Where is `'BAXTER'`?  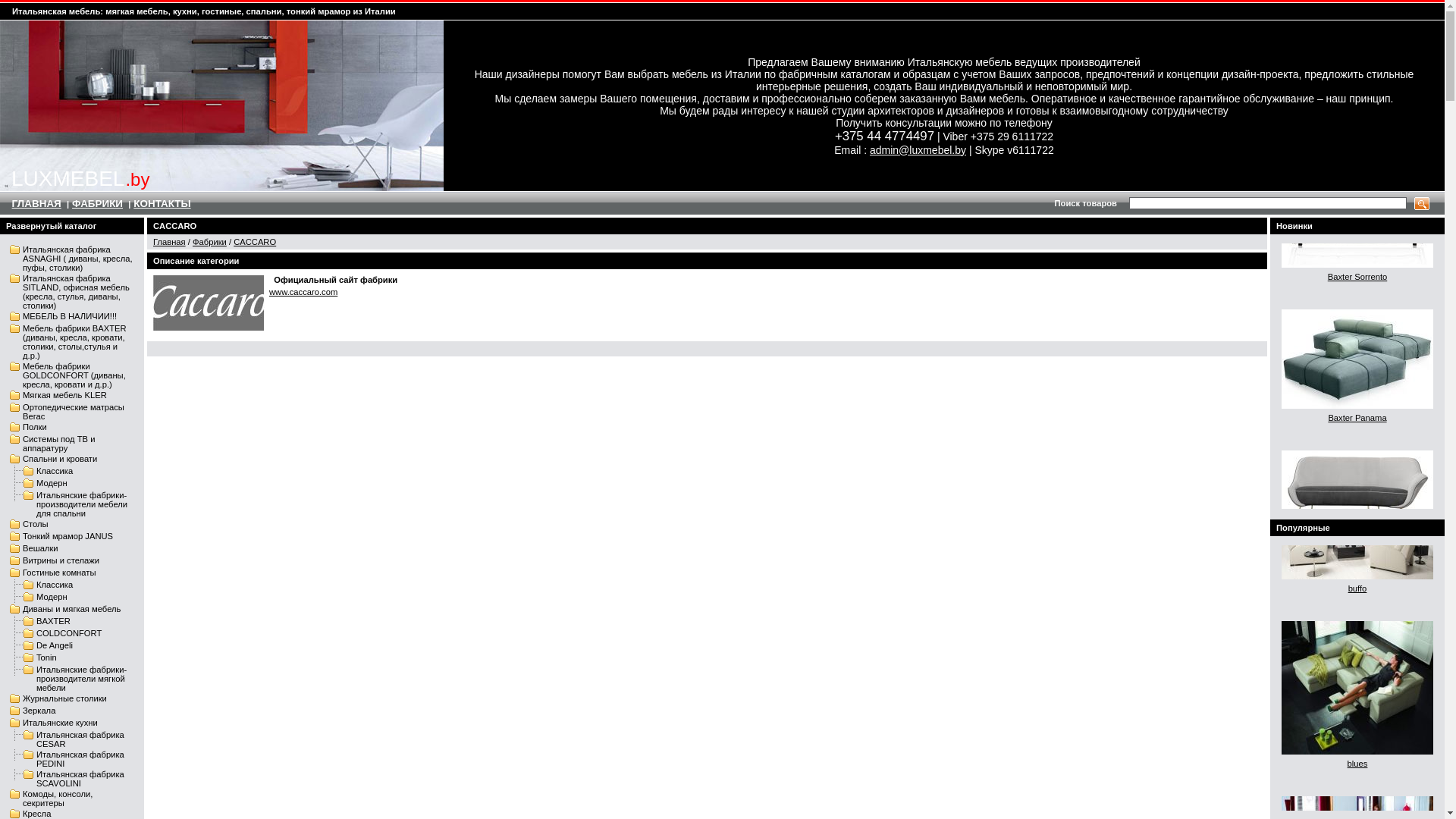 'BAXTER' is located at coordinates (53, 620).